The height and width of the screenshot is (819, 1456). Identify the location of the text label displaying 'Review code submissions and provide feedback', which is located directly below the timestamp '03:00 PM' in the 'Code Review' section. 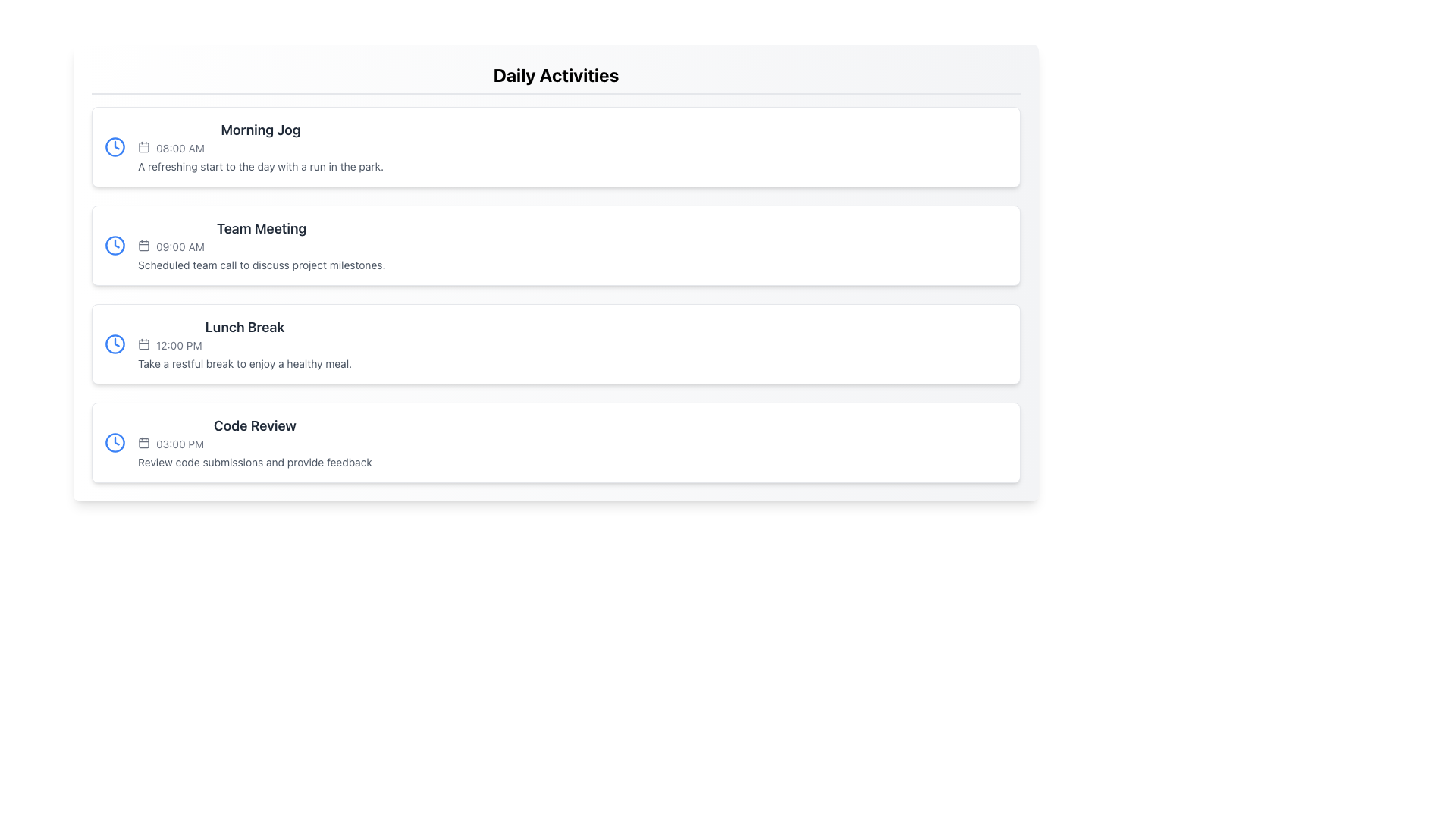
(255, 461).